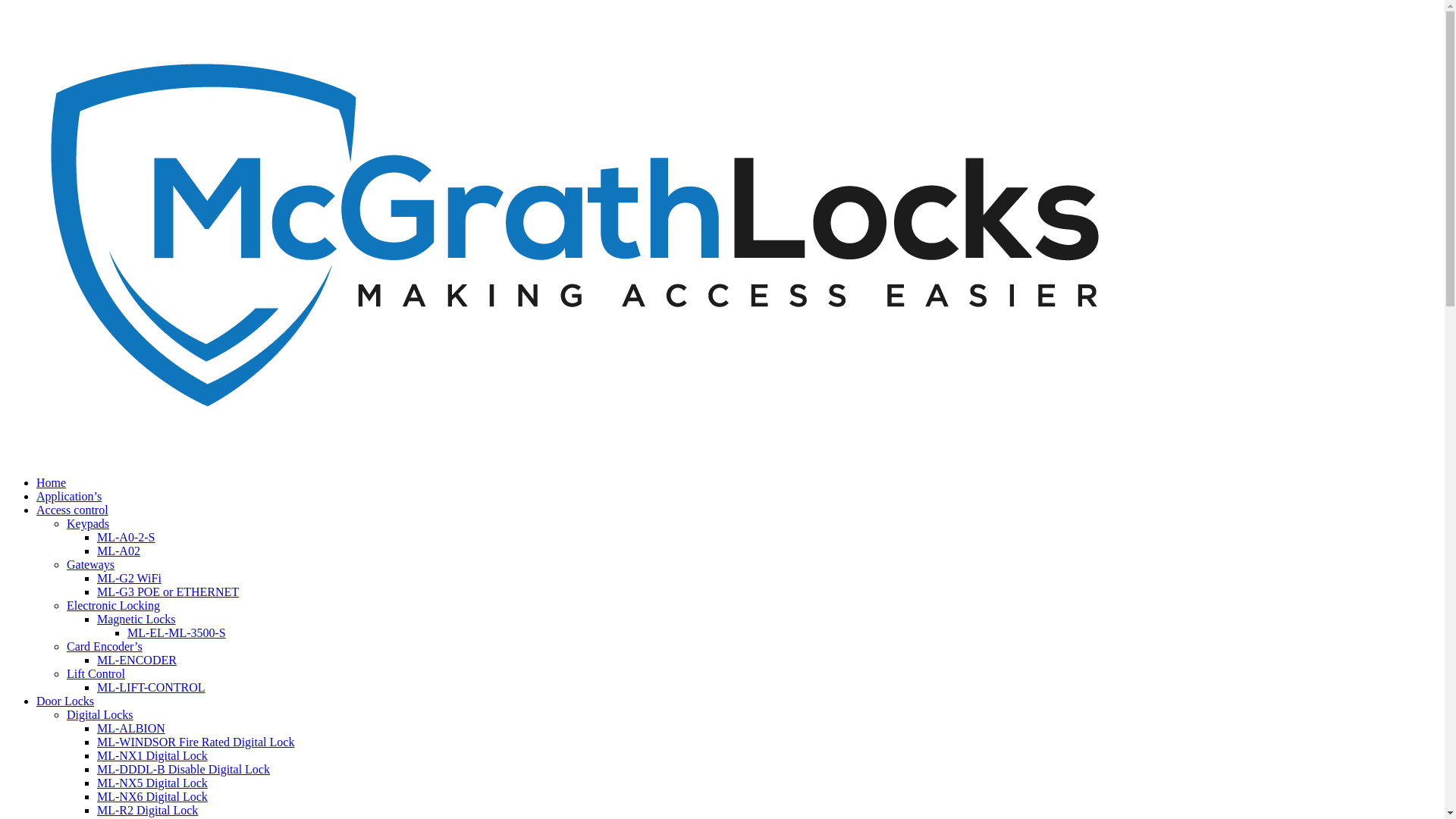 The width and height of the screenshot is (1456, 819). What do you see at coordinates (152, 783) in the screenshot?
I see `'ML-NX5 Digital Lock'` at bounding box center [152, 783].